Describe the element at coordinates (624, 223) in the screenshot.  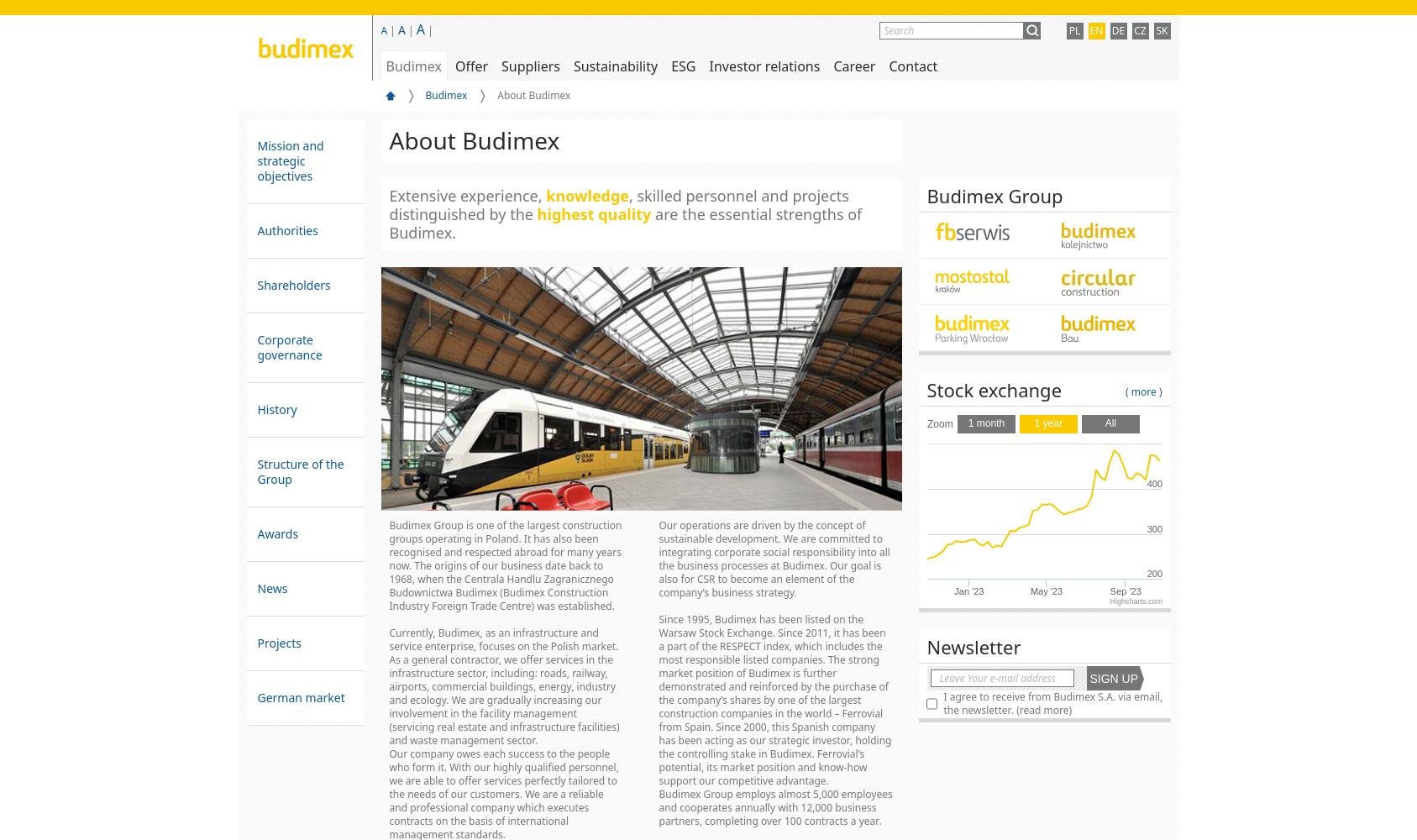
I see `'are the essential strengths of Budimex.'` at that location.